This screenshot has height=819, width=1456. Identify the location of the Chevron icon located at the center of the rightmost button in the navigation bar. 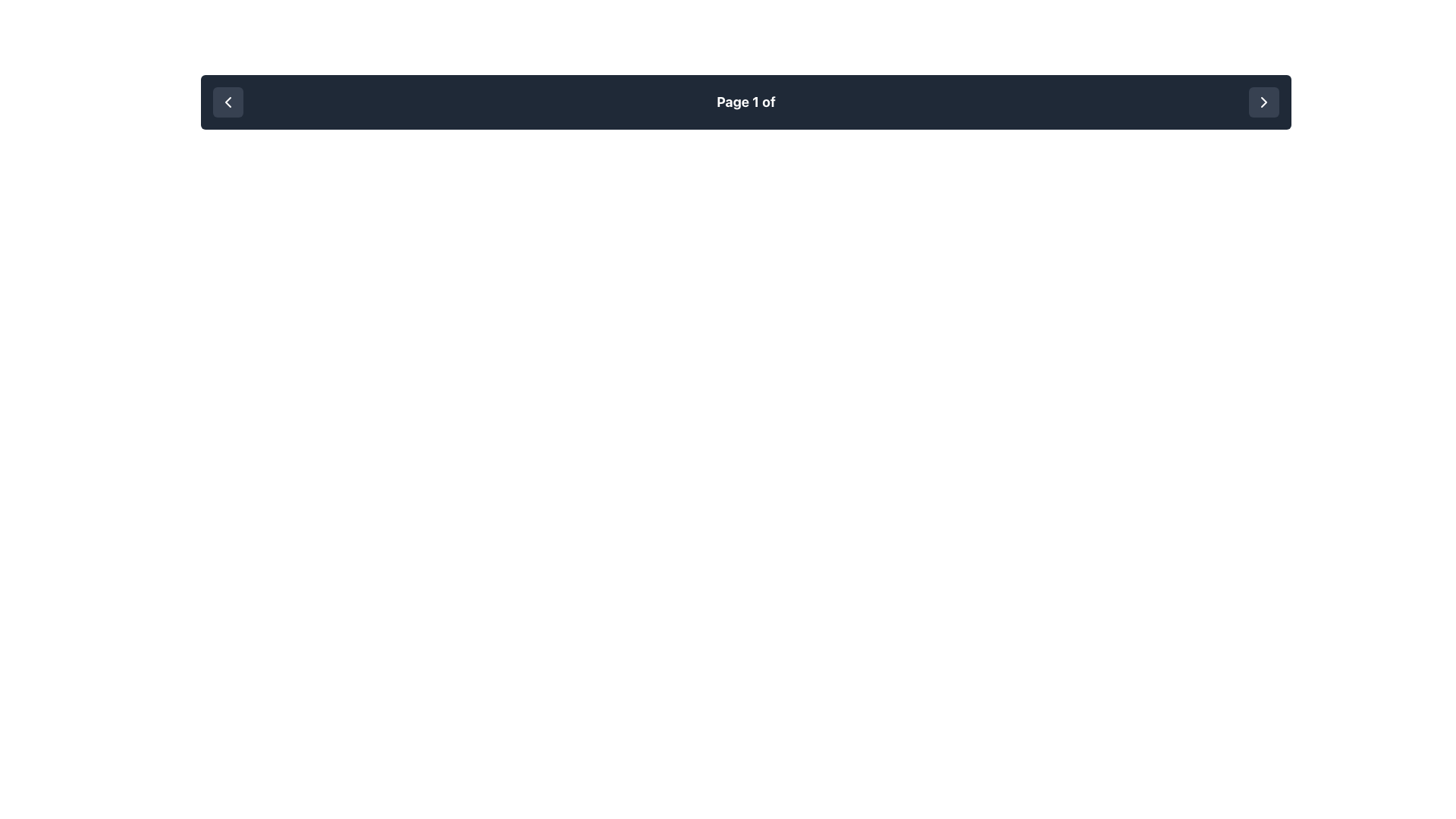
(1263, 102).